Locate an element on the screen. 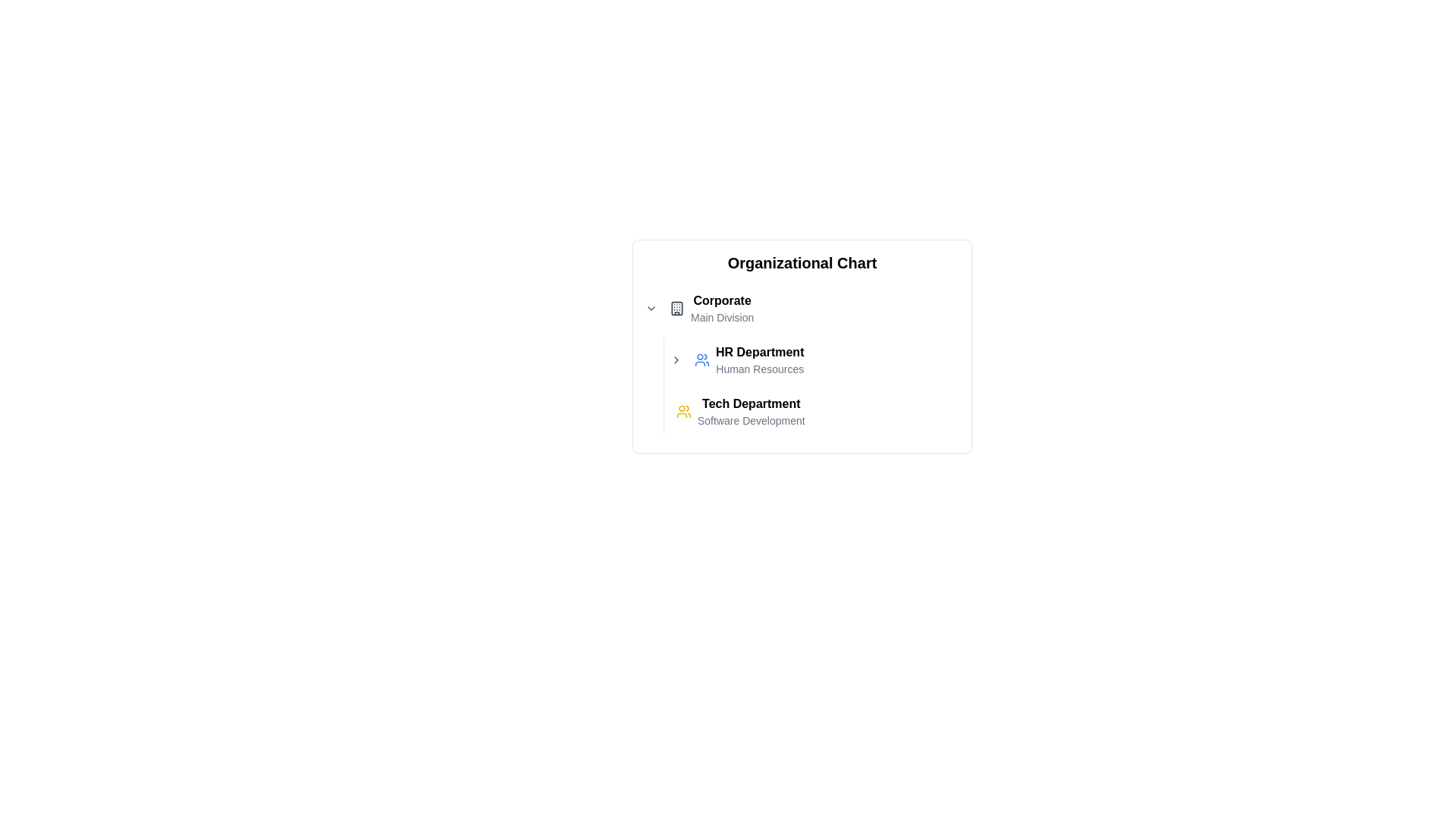  the organizational chart element, which includes 'HR Department' and 'Tech Department' titles is located at coordinates (801, 359).